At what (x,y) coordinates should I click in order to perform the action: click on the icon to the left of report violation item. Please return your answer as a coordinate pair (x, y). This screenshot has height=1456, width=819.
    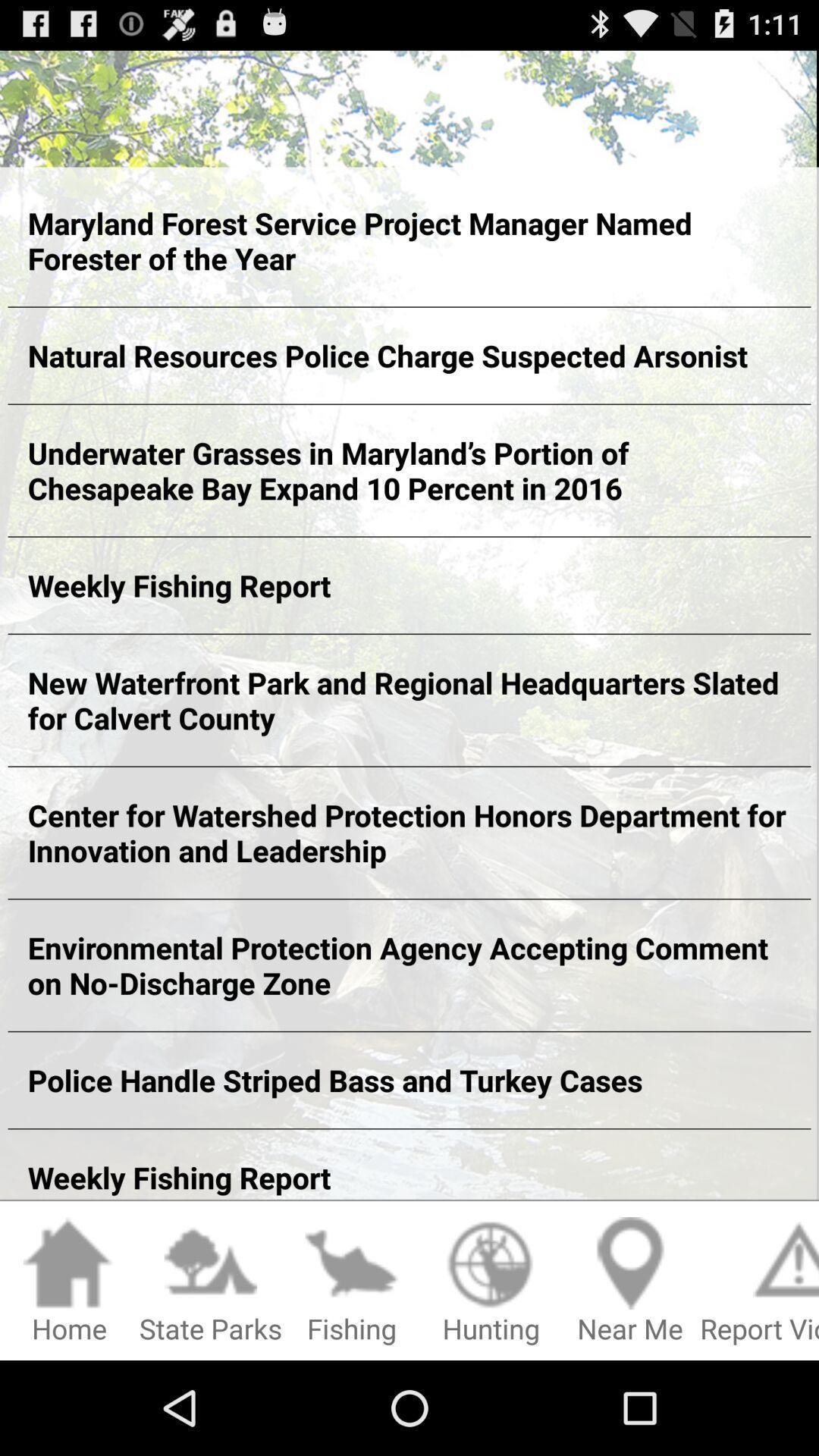
    Looking at the image, I should click on (630, 1281).